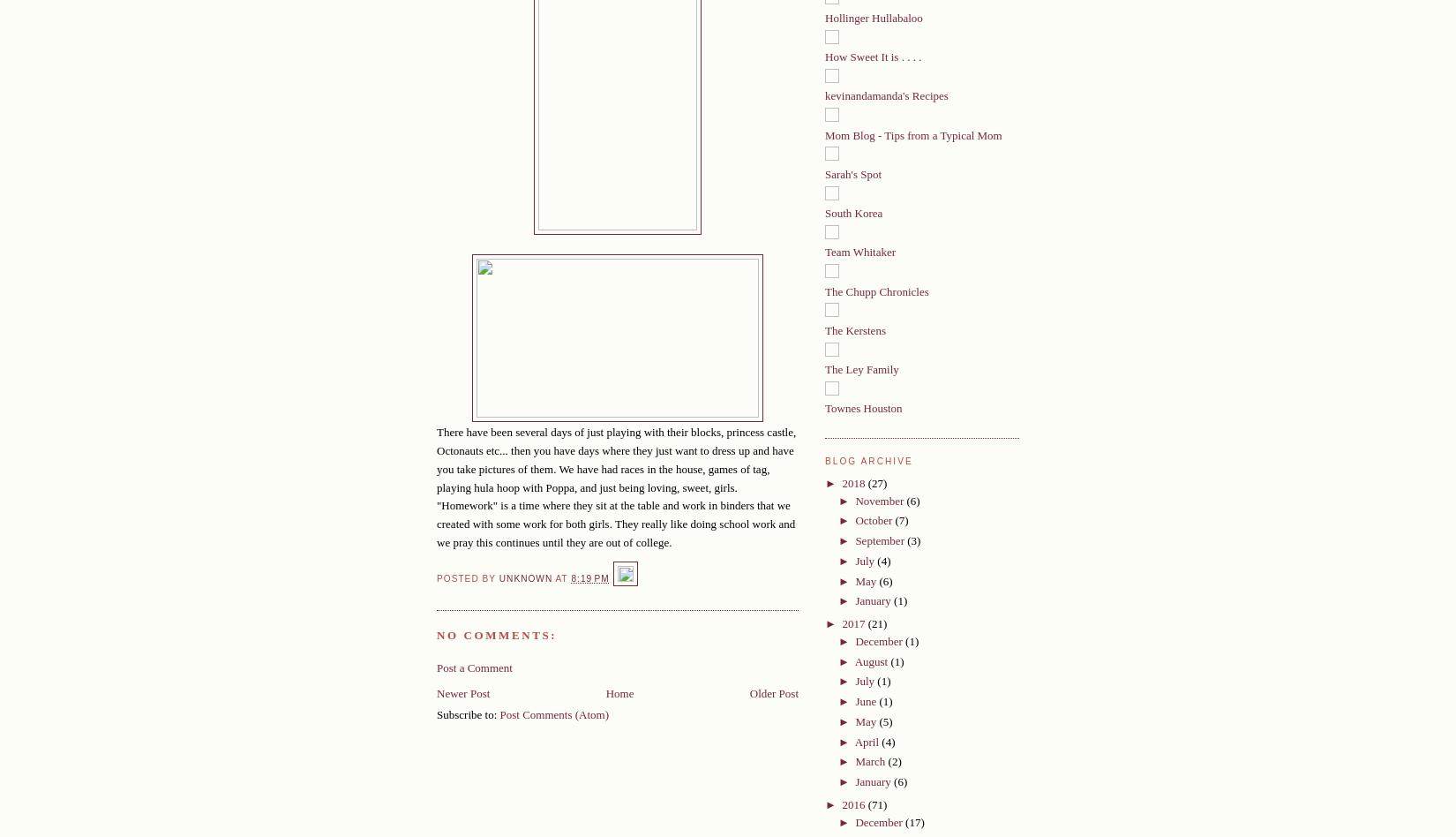 The width and height of the screenshot is (1456, 837). I want to click on 'Sarah's Spot', so click(853, 172).